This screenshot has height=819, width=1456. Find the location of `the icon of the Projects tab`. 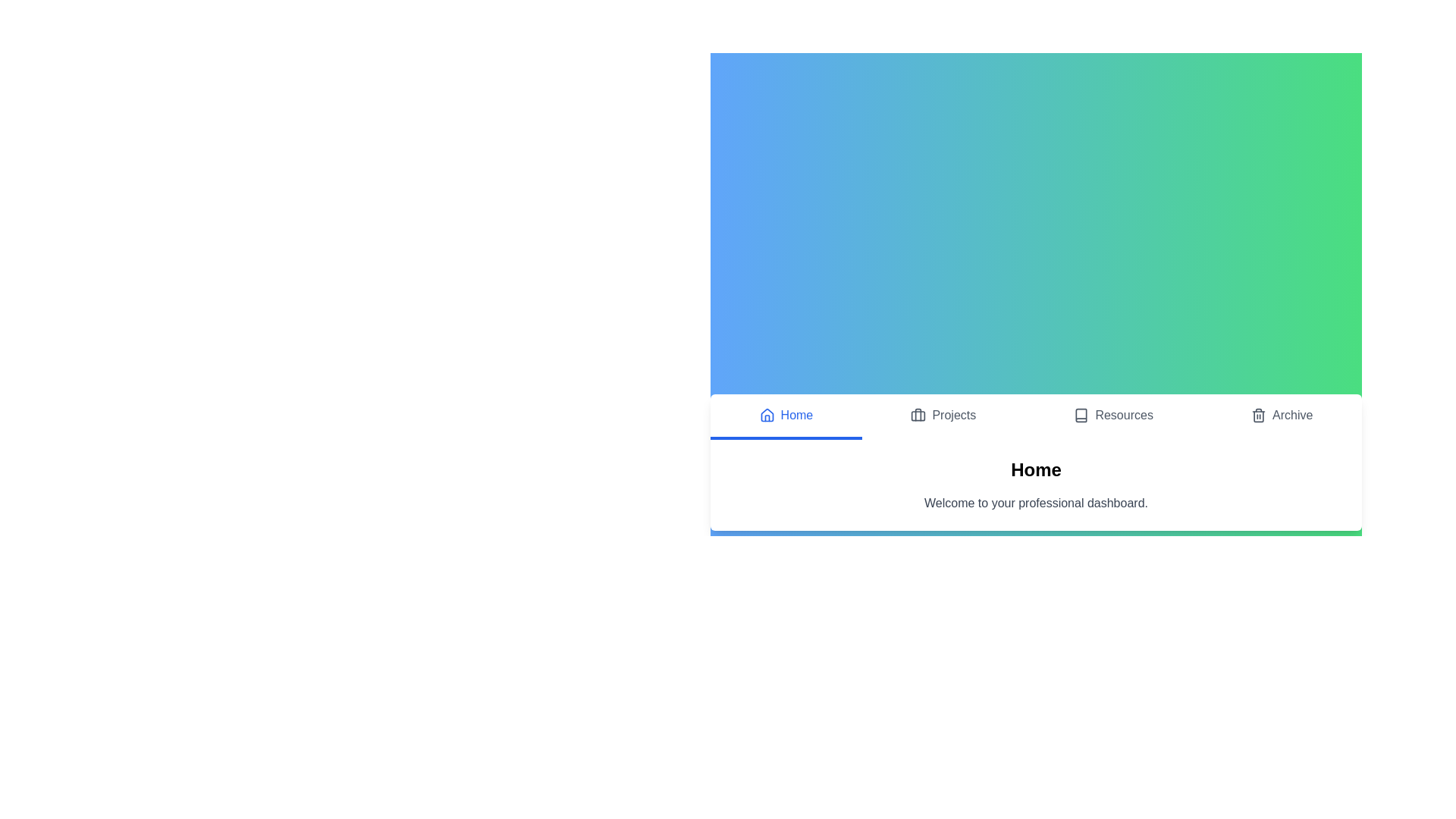

the icon of the Projects tab is located at coordinates (918, 415).